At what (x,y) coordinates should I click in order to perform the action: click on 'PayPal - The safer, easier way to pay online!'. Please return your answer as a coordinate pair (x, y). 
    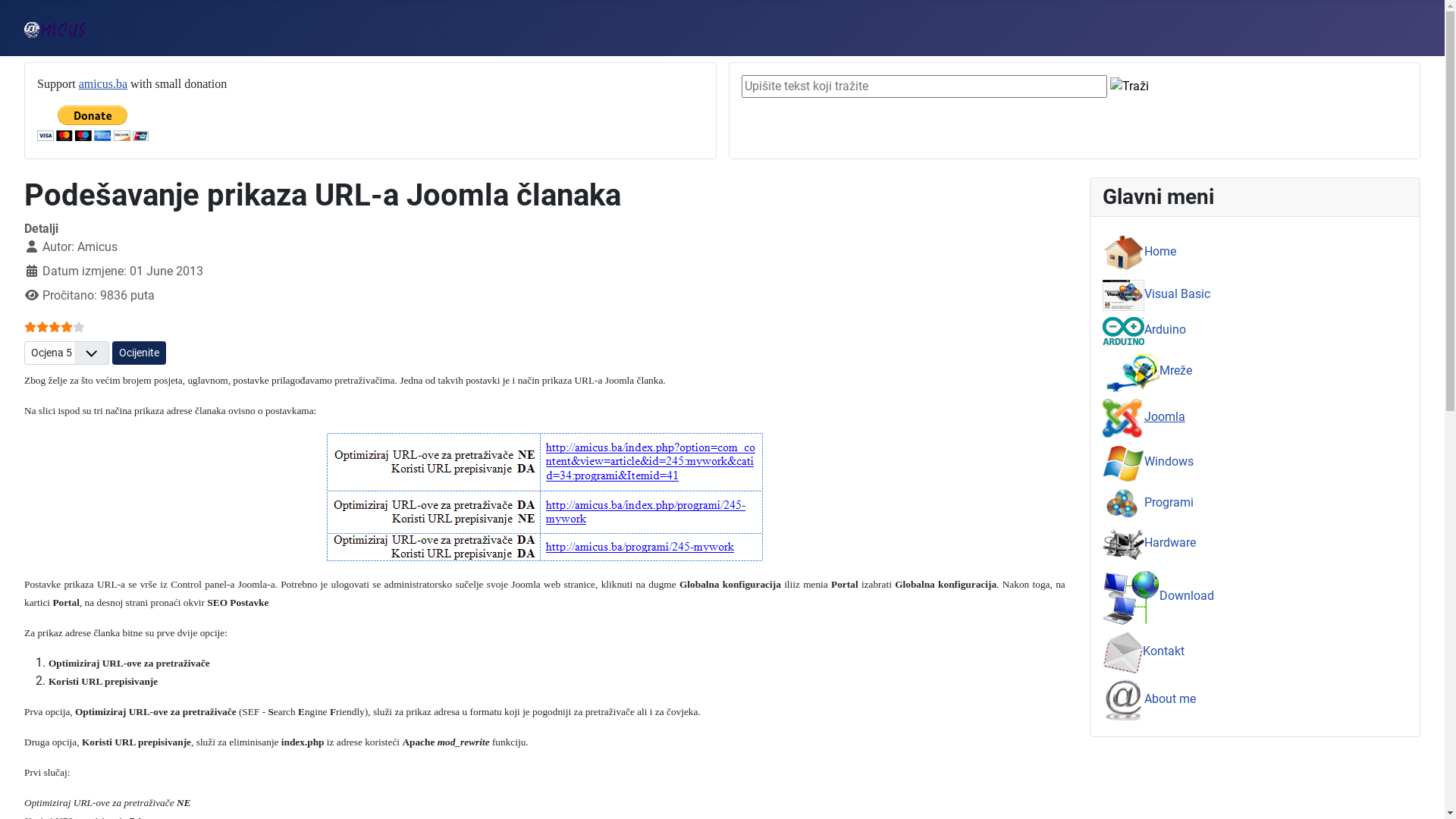
    Looking at the image, I should click on (92, 122).